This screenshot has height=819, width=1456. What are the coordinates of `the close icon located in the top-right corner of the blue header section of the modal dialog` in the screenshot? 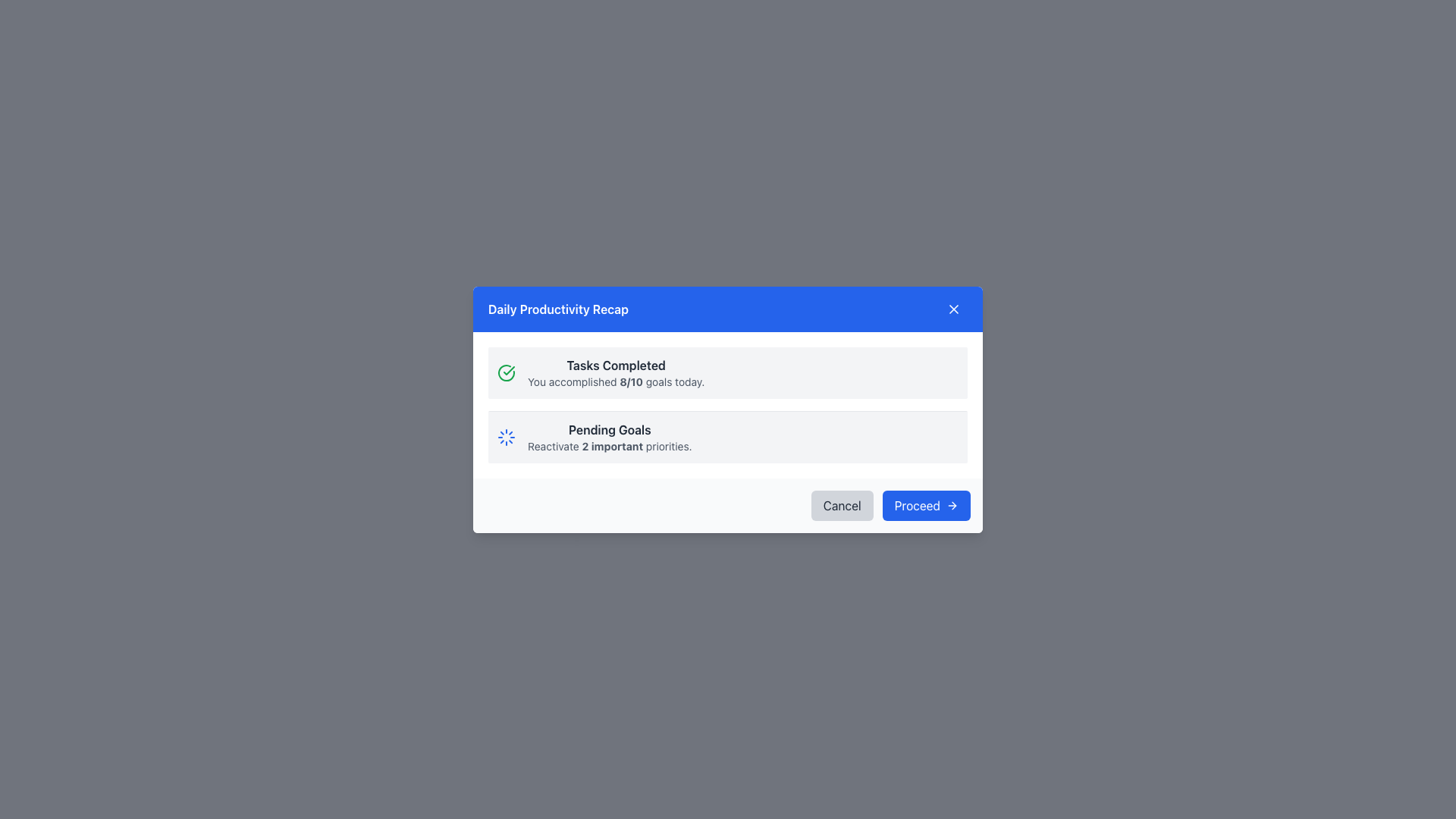 It's located at (952, 308).